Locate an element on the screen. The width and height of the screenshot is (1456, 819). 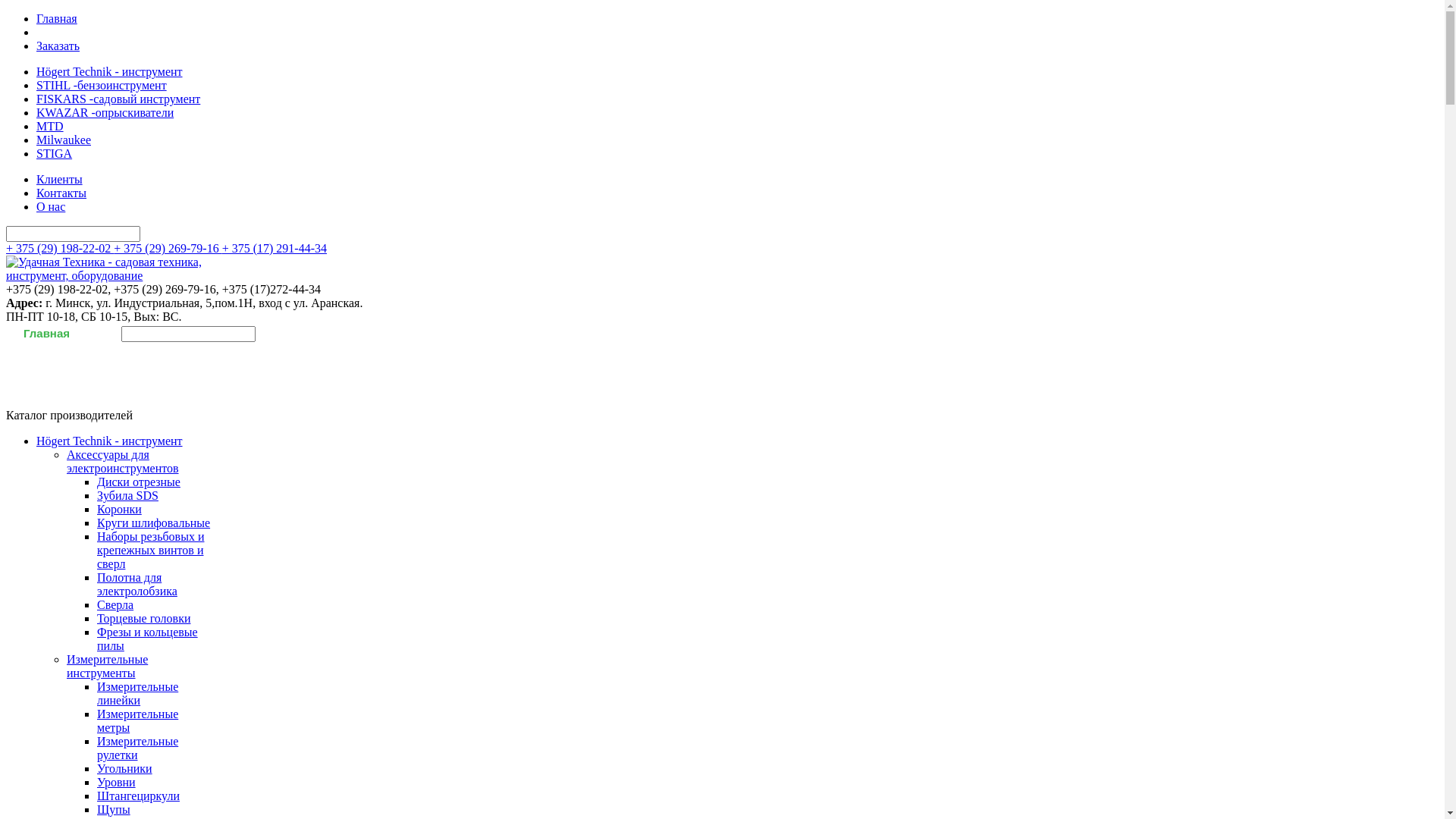
'+ 375 (29) 269-79-16' is located at coordinates (167, 247).